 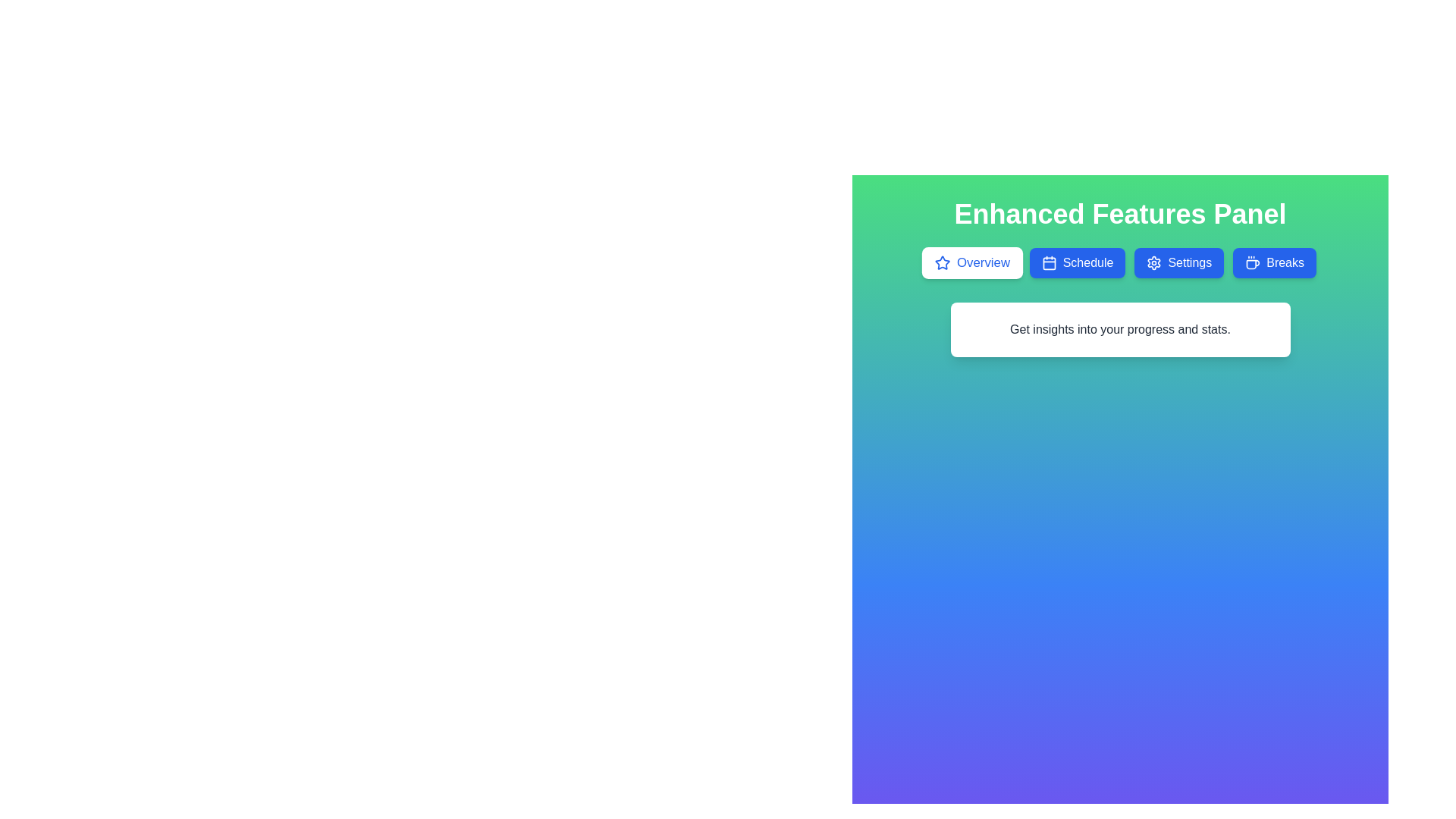 What do you see at coordinates (972, 262) in the screenshot?
I see `the 'Overview' button using keyboard navigation` at bounding box center [972, 262].